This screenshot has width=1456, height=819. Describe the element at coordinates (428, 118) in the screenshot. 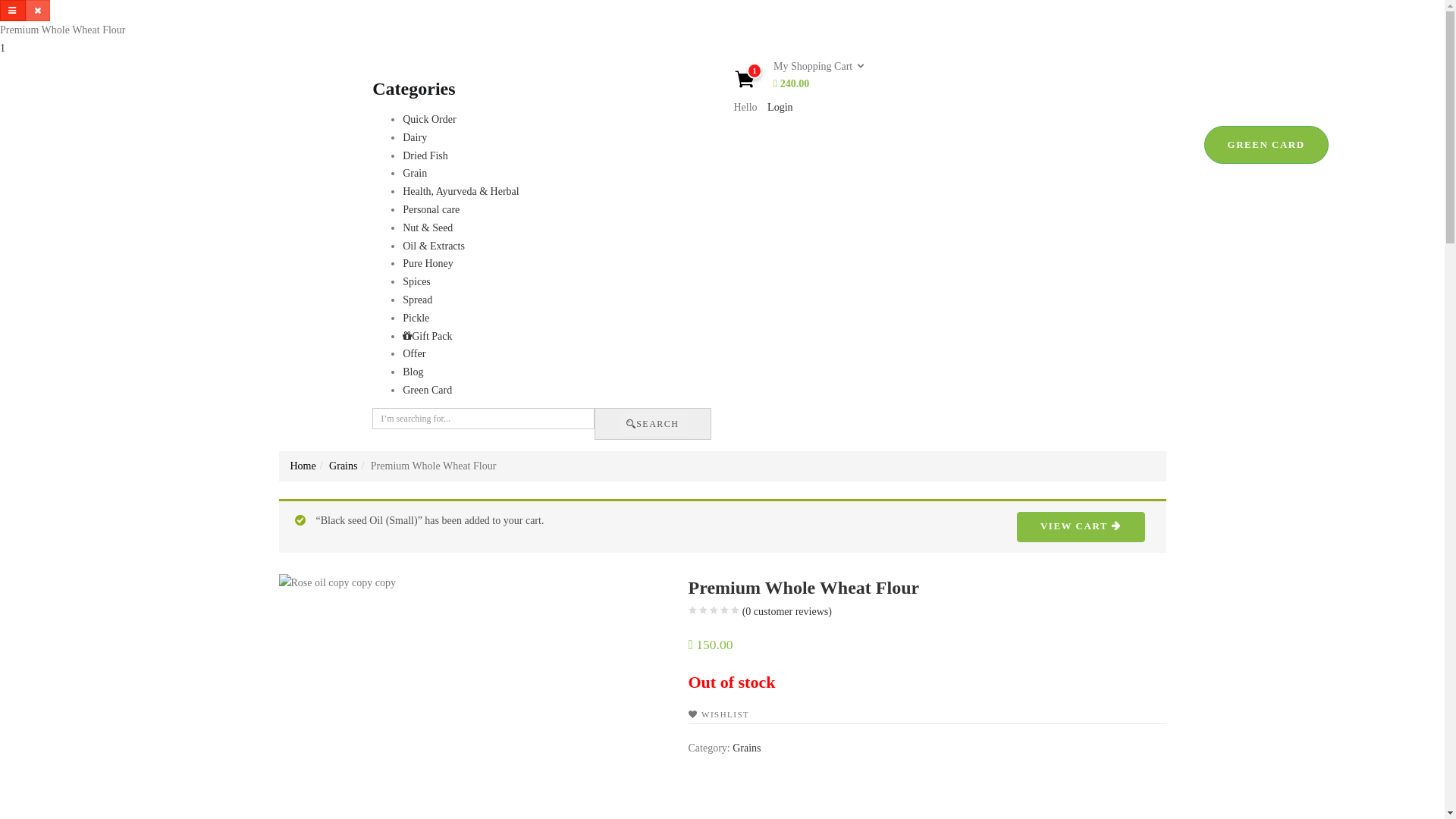

I see `'Quick Order'` at that location.